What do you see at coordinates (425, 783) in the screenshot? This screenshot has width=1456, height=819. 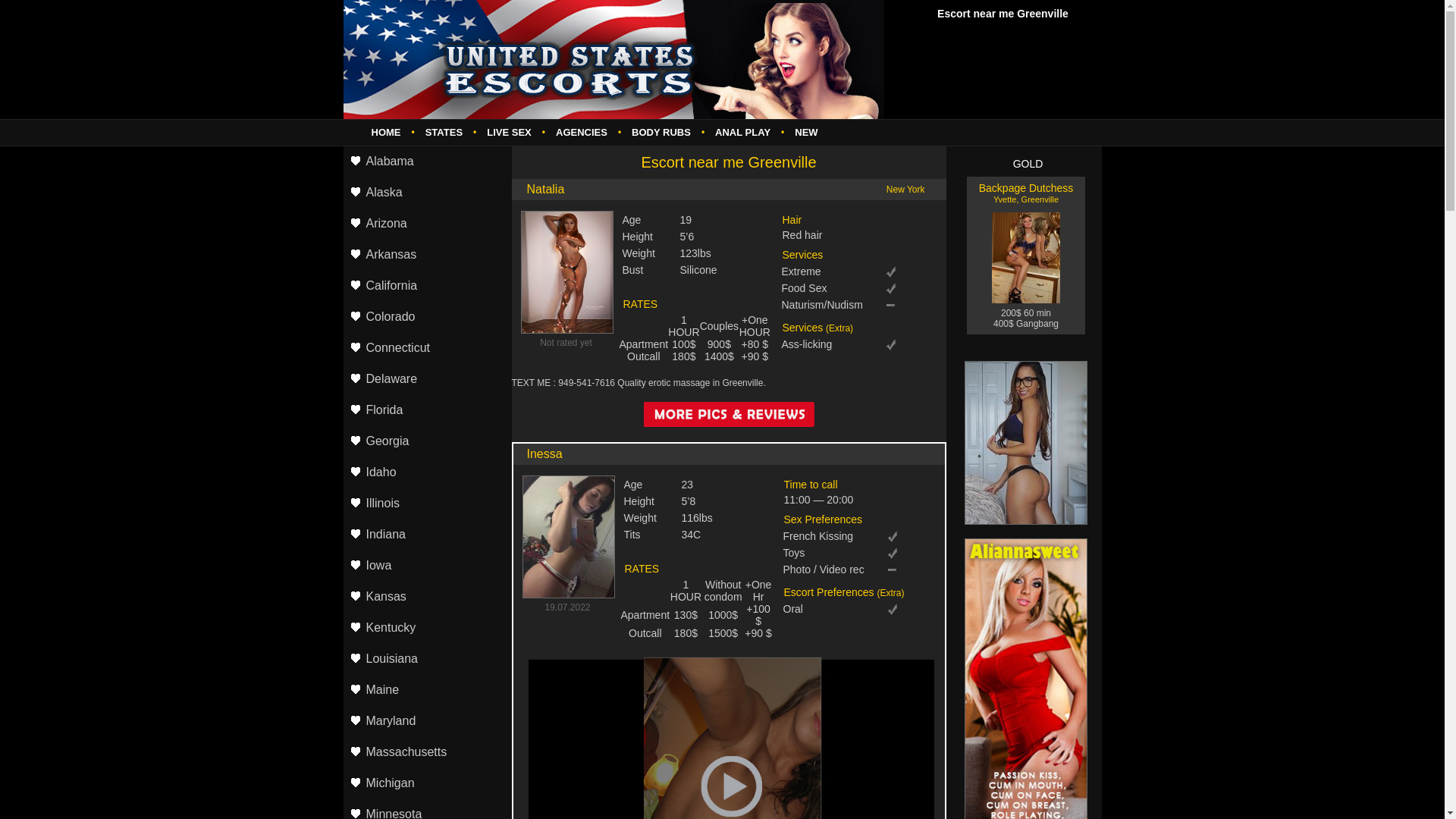 I see `'Michigan'` at bounding box center [425, 783].